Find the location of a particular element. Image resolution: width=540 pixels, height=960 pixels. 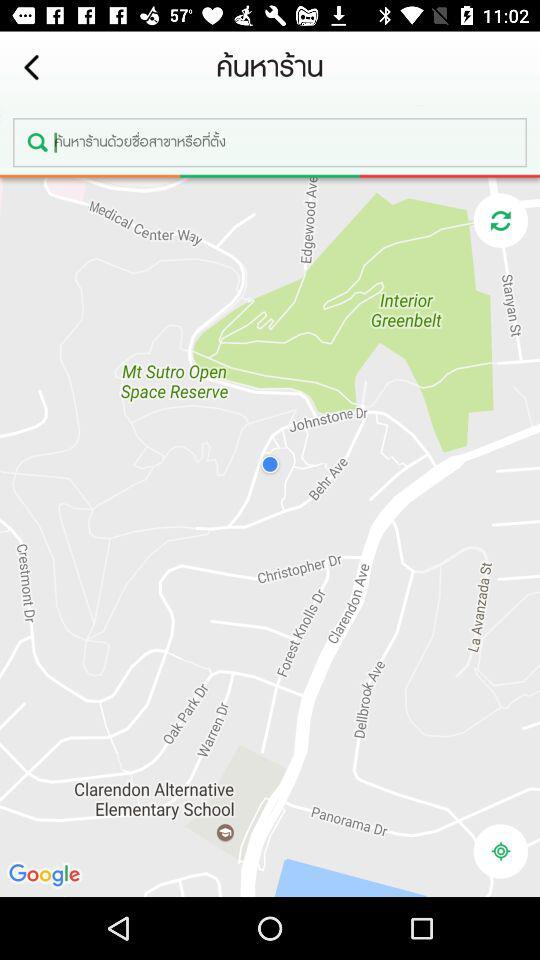

search location is located at coordinates (270, 141).